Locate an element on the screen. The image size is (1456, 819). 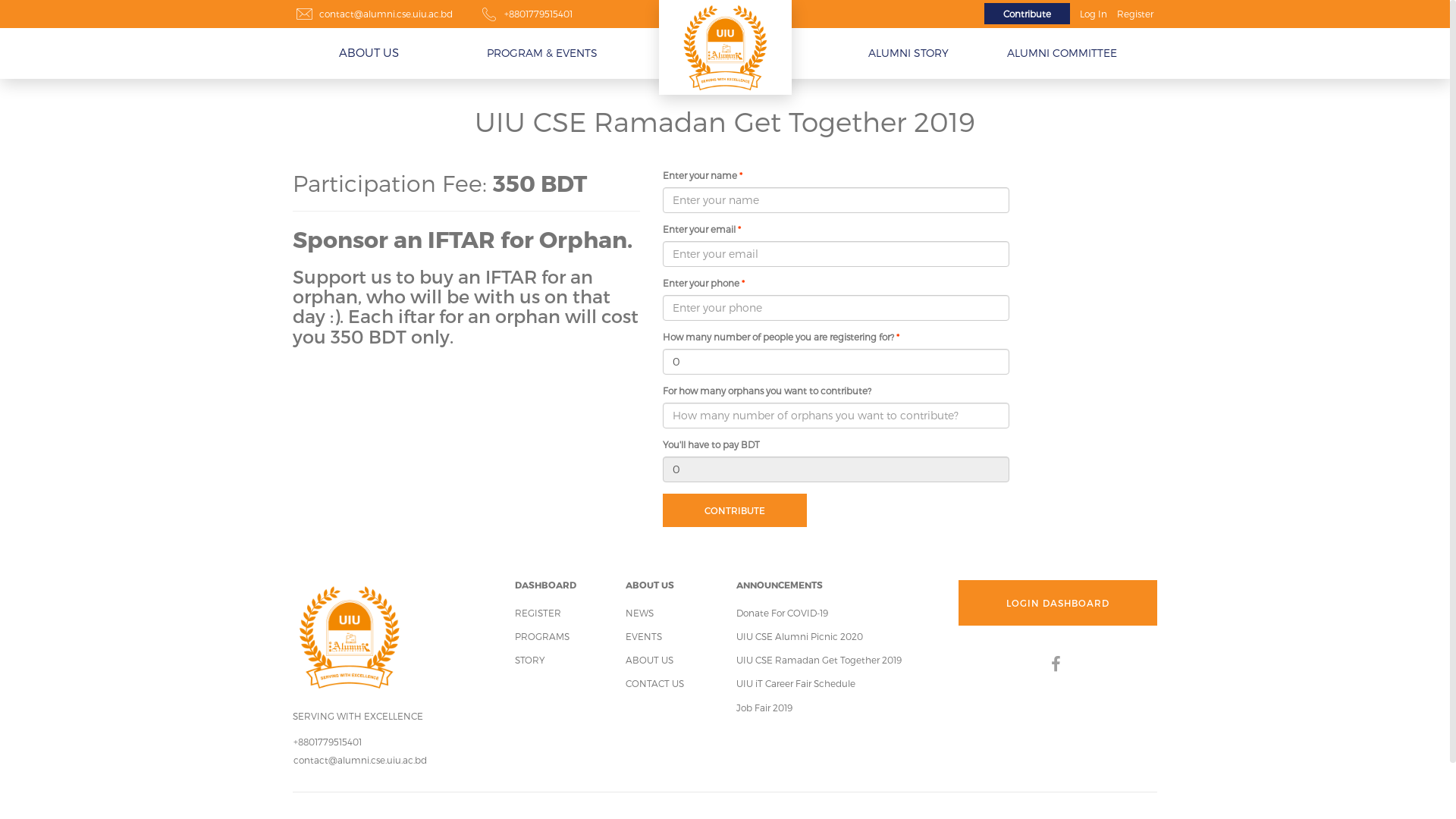
'ABOUT US' is located at coordinates (649, 659).